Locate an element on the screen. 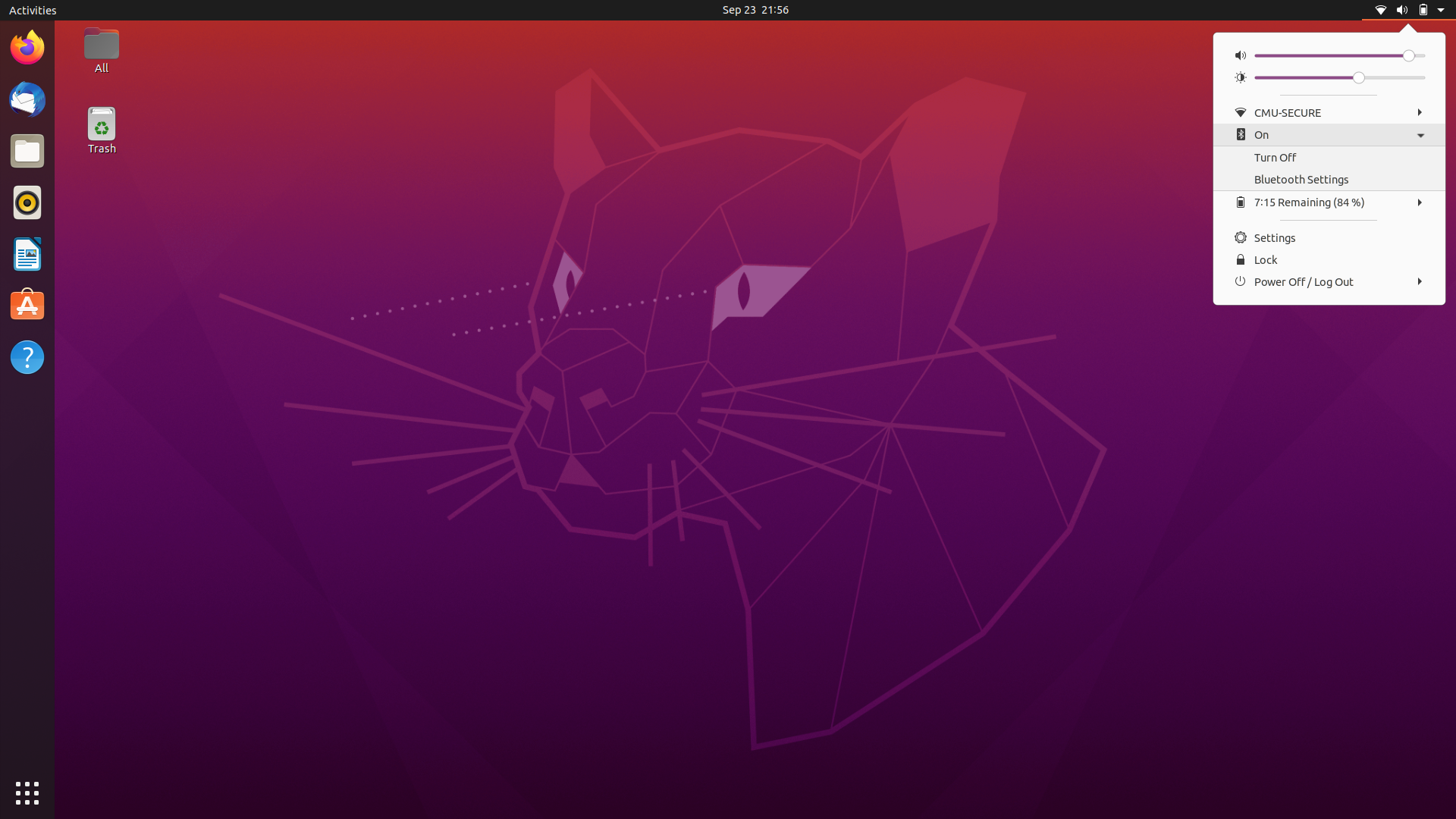 This screenshot has height=819, width=1456. Enhance Screen Illumination is located at coordinates (1418, 79).